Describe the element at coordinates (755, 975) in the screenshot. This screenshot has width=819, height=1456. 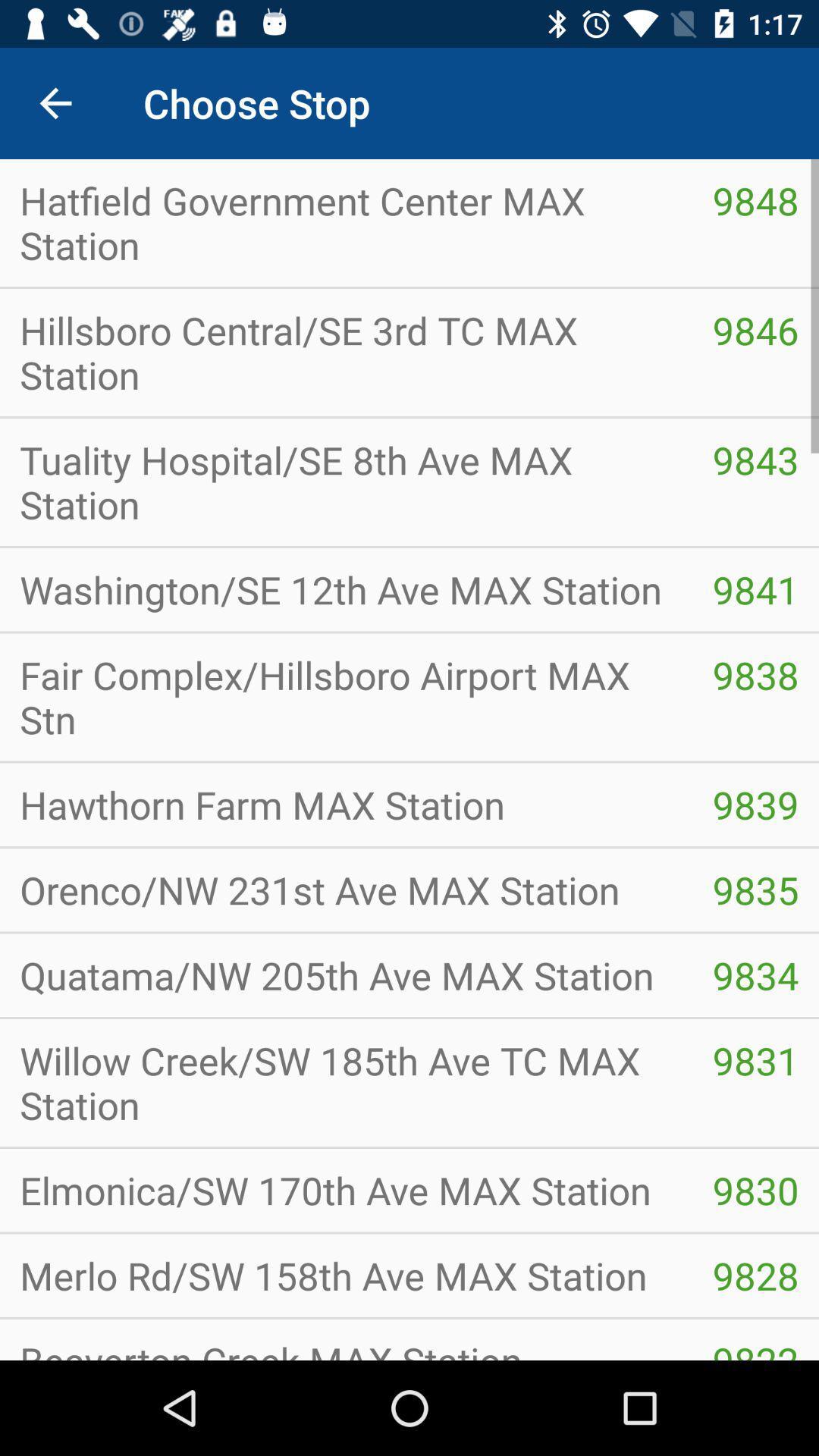
I see `icon below orenco nw 231st icon` at that location.